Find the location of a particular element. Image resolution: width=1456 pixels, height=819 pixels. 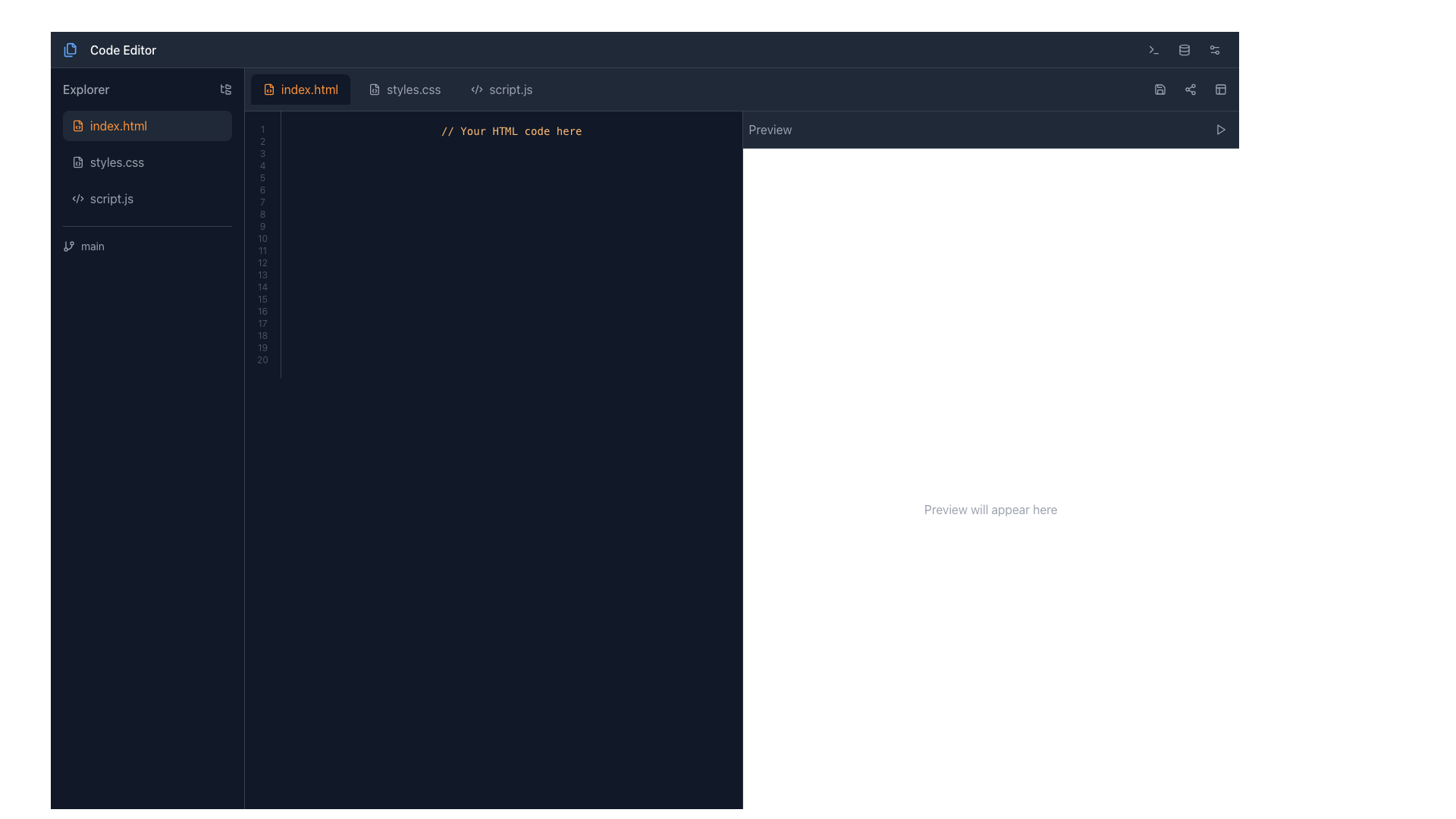

the text label representing line number 9 in the code editor interface, which is the ninth item in the vertical sequence of line numbers is located at coordinates (262, 227).